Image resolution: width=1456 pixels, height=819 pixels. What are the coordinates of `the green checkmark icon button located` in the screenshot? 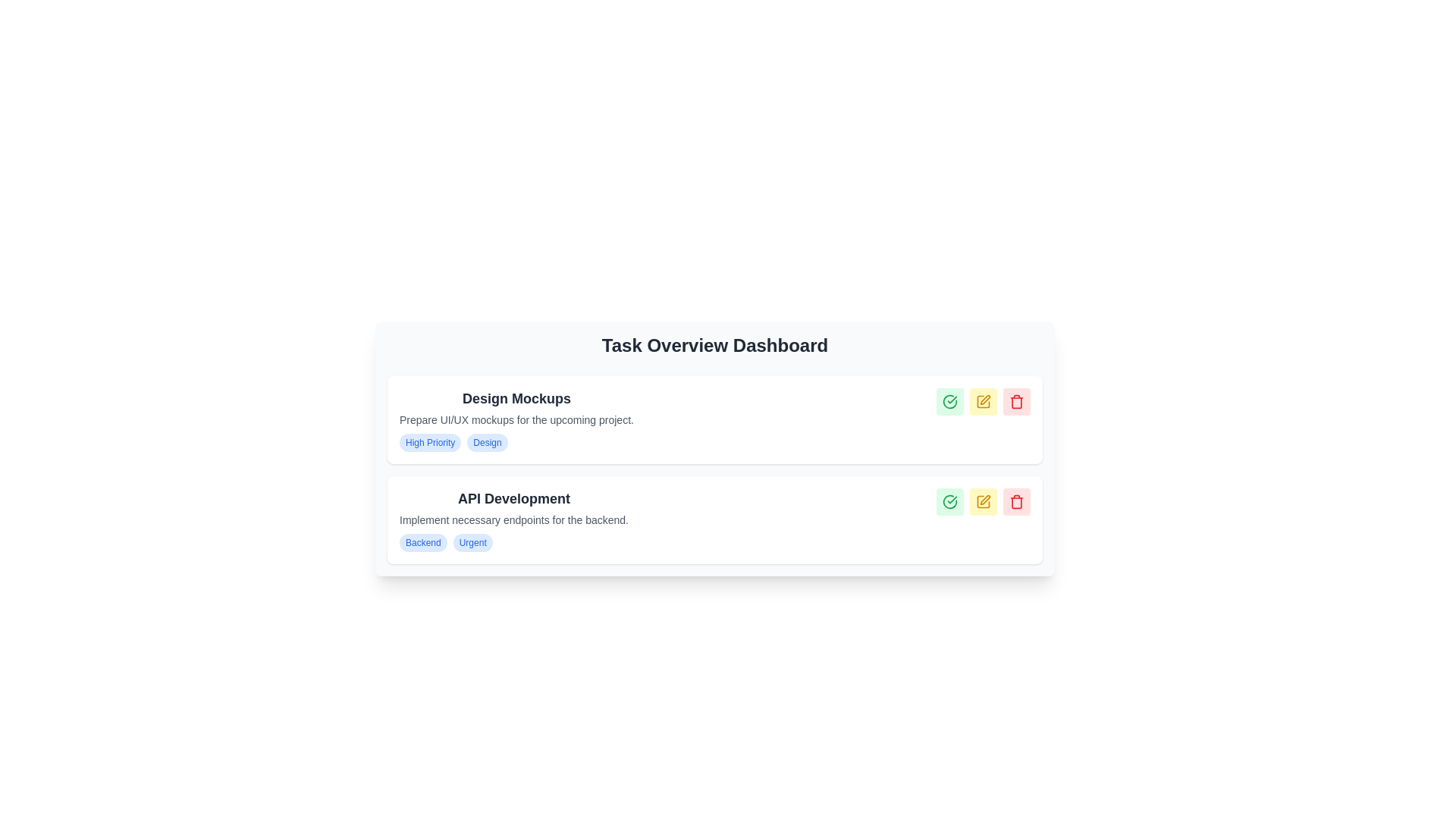 It's located at (949, 400).